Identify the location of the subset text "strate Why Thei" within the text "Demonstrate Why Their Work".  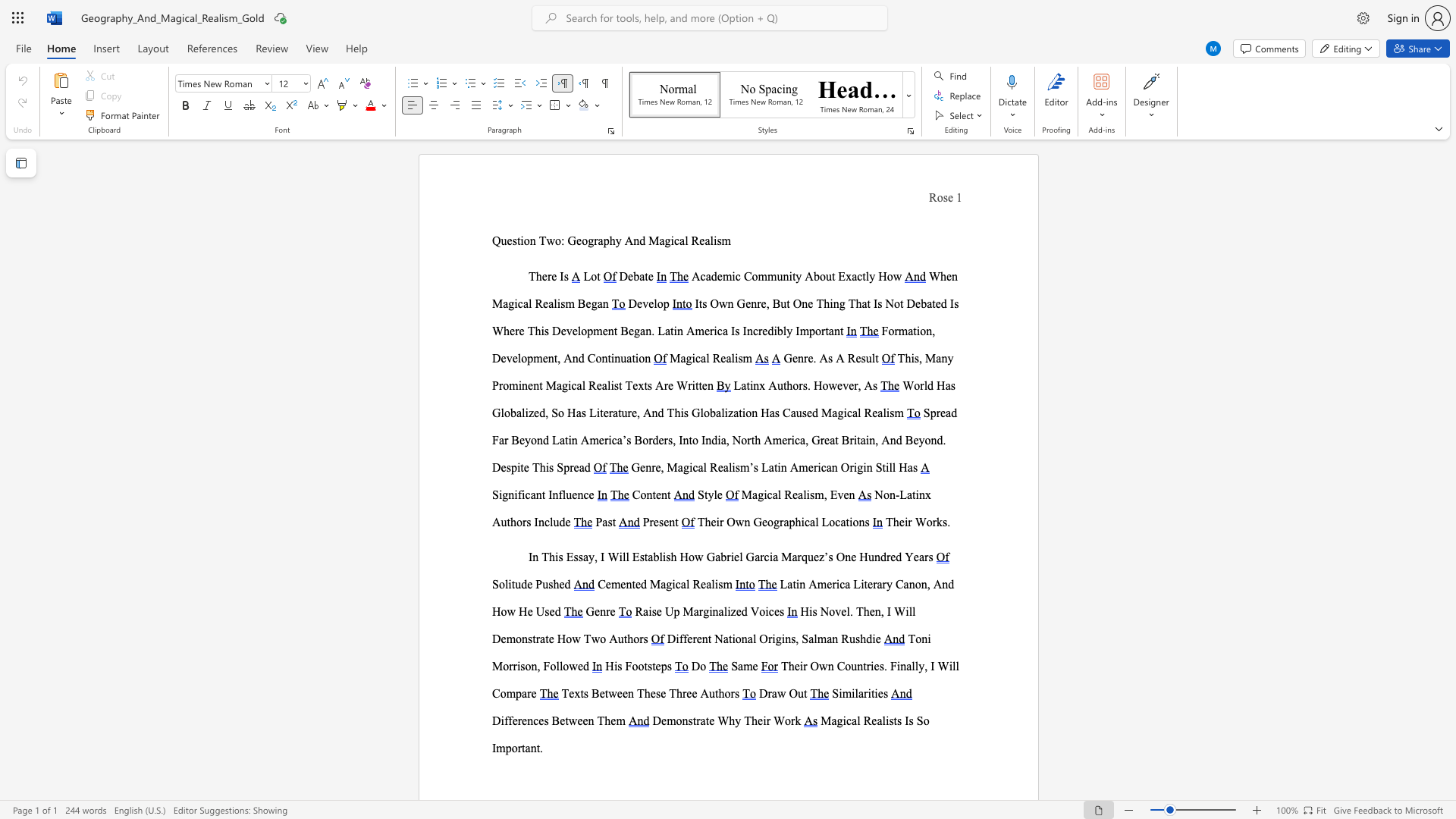
(687, 720).